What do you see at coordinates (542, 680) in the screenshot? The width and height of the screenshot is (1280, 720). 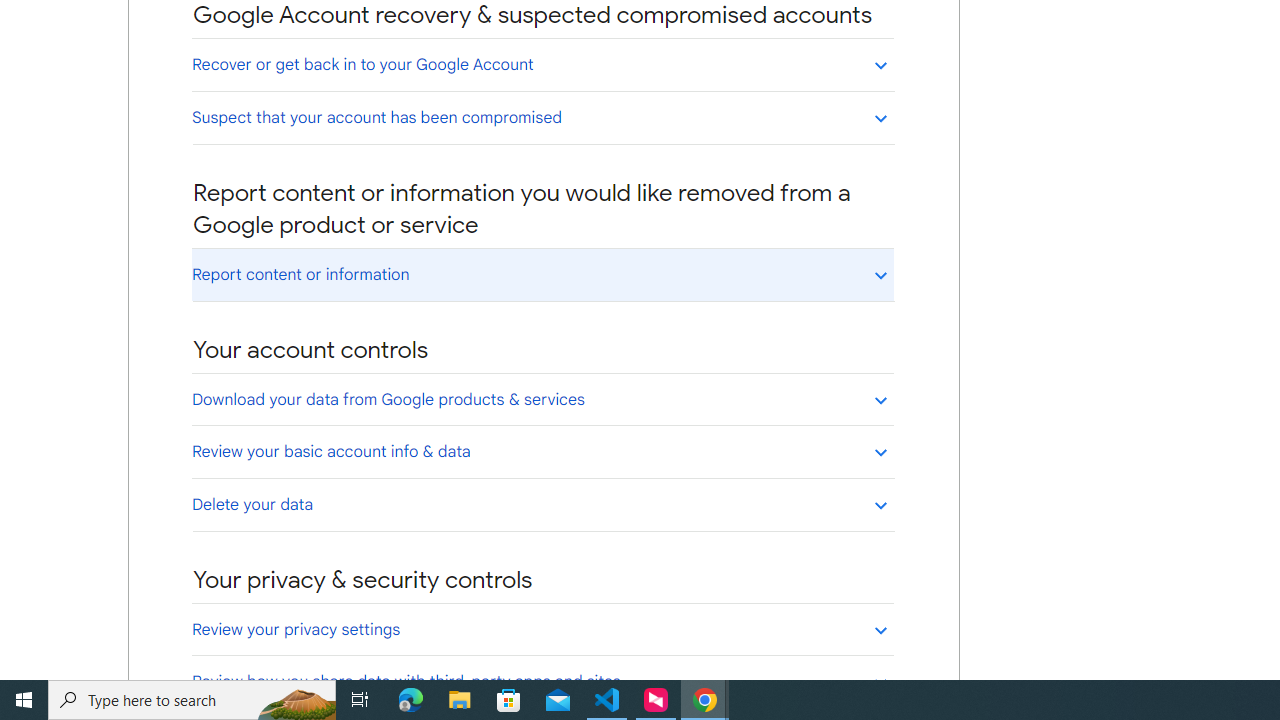 I see `'Review how you share data with third-party apps and sites'` at bounding box center [542, 680].